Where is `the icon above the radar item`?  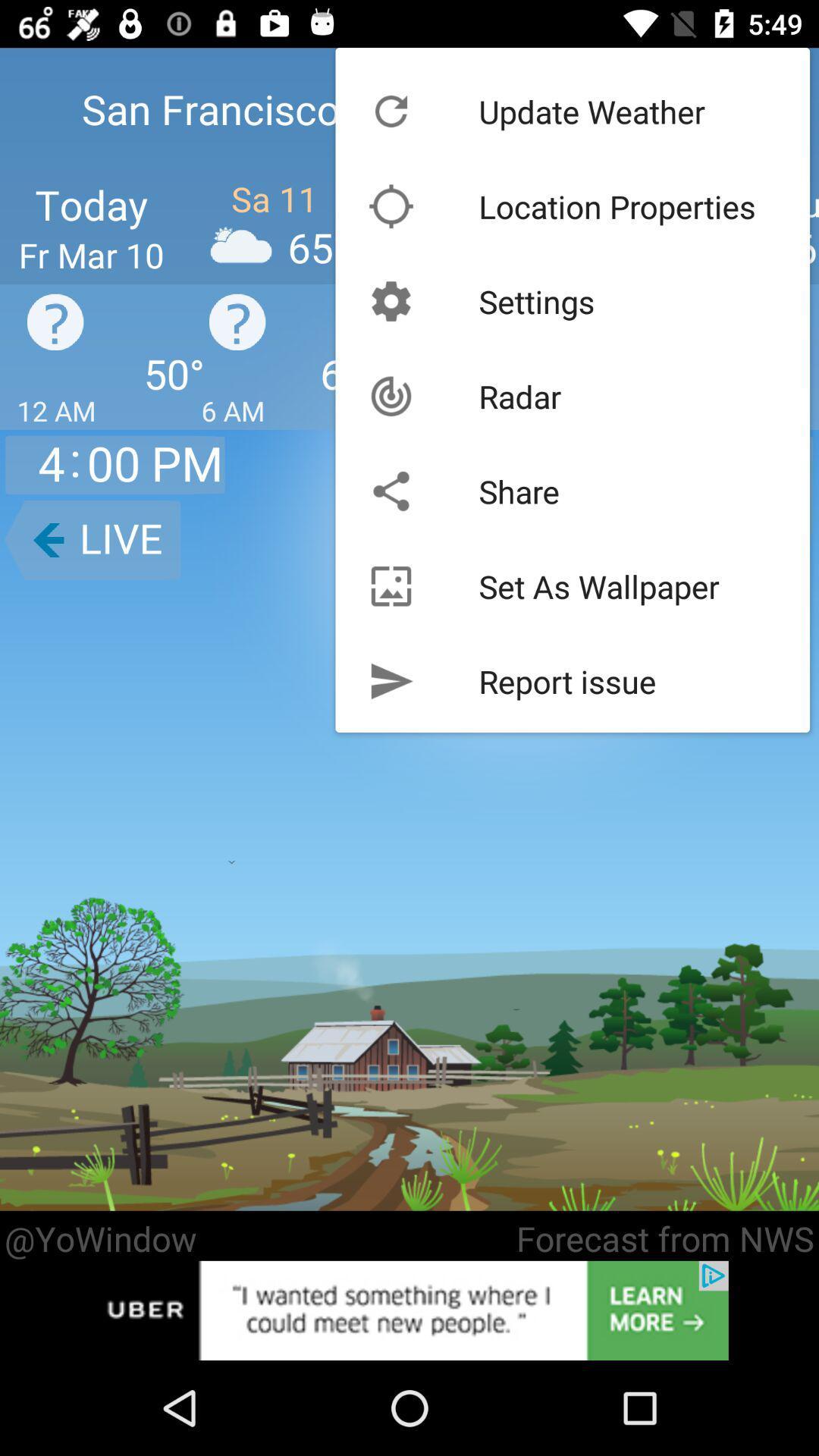
the icon above the radar item is located at coordinates (536, 301).